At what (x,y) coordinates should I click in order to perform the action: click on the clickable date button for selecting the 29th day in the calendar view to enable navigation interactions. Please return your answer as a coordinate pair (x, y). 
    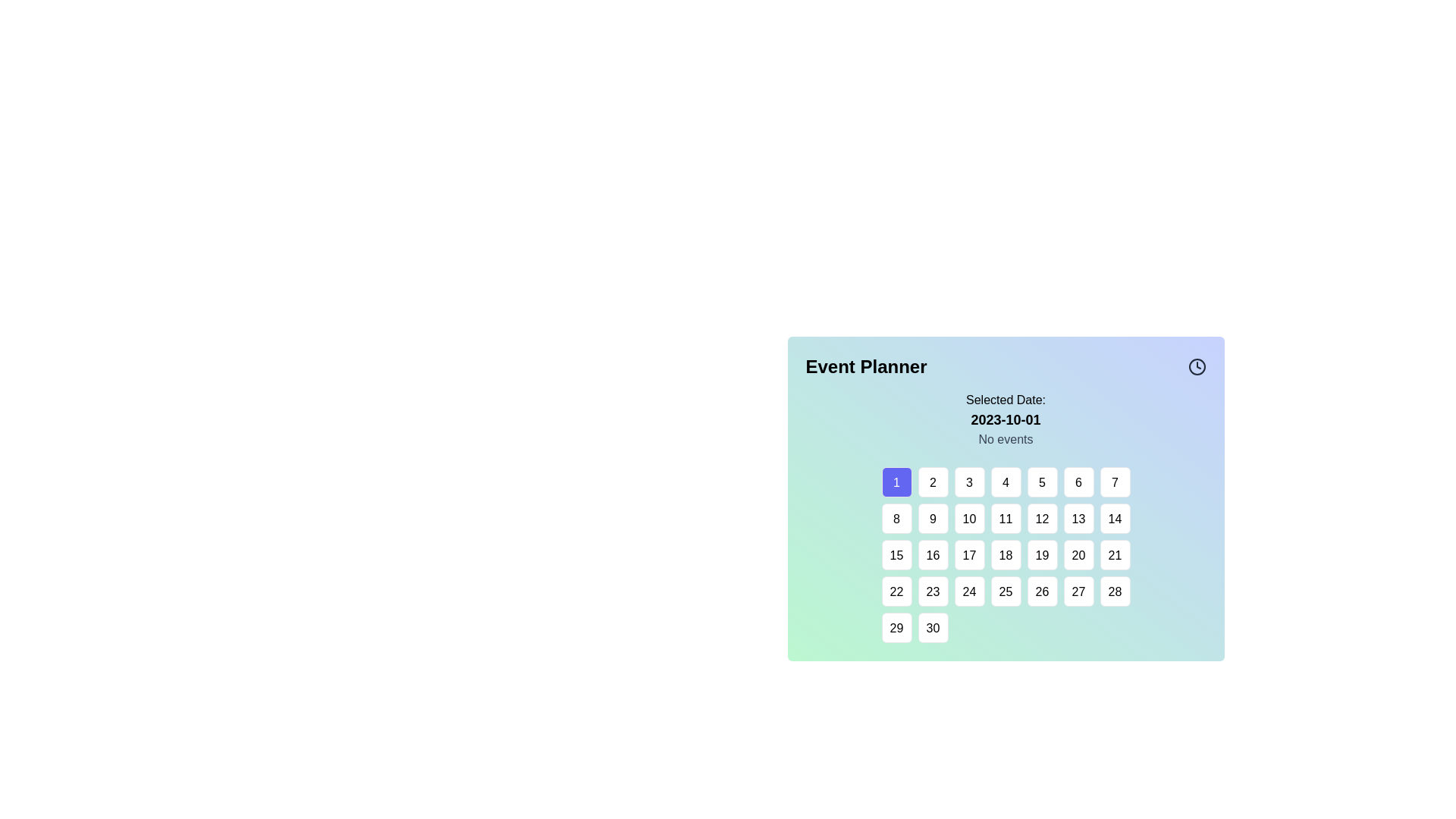
    Looking at the image, I should click on (896, 628).